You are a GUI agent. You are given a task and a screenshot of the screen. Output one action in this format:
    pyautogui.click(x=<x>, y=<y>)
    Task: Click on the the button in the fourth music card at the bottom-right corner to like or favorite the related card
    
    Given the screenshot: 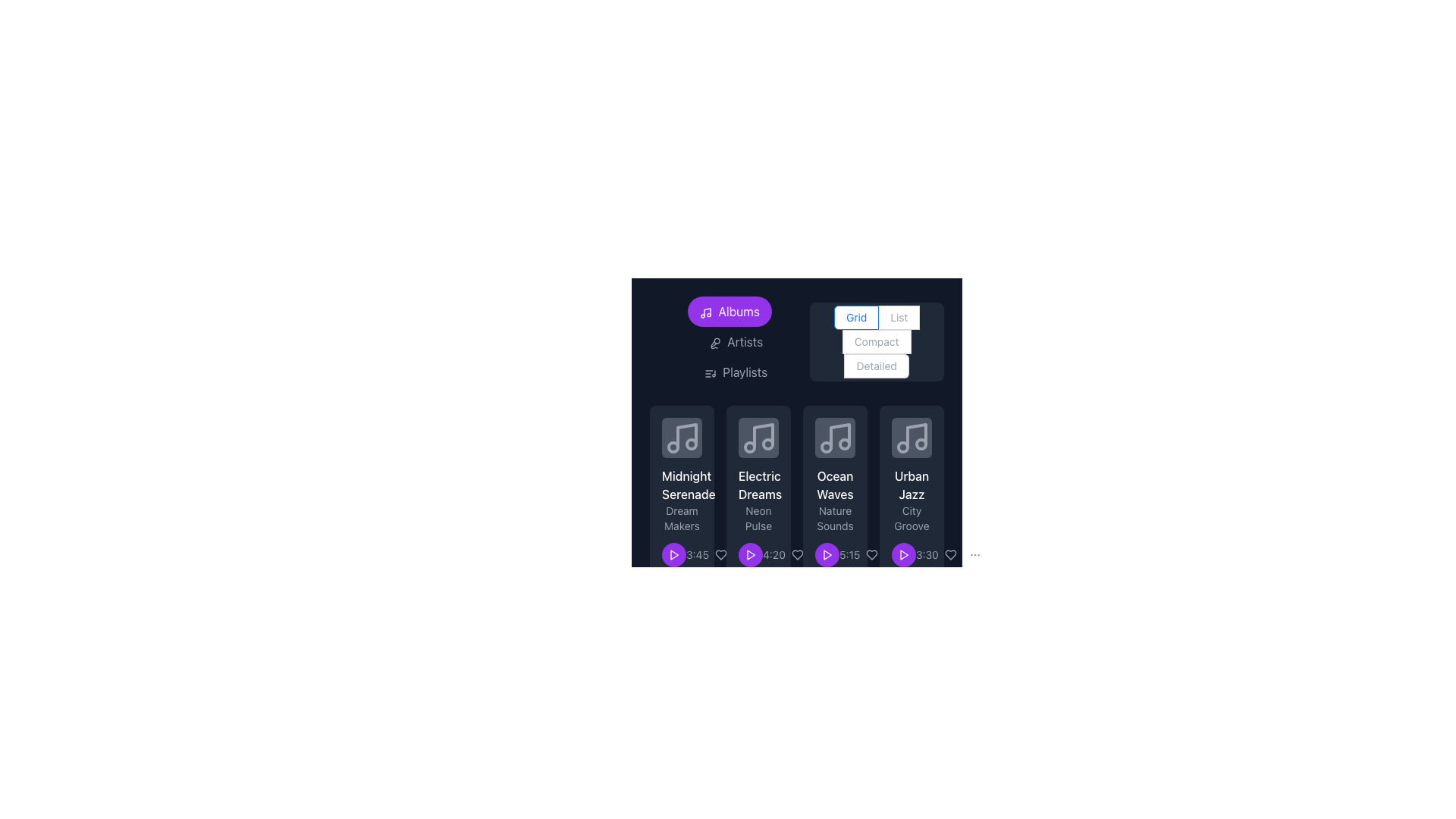 What is the action you would take?
    pyautogui.click(x=872, y=555)
    